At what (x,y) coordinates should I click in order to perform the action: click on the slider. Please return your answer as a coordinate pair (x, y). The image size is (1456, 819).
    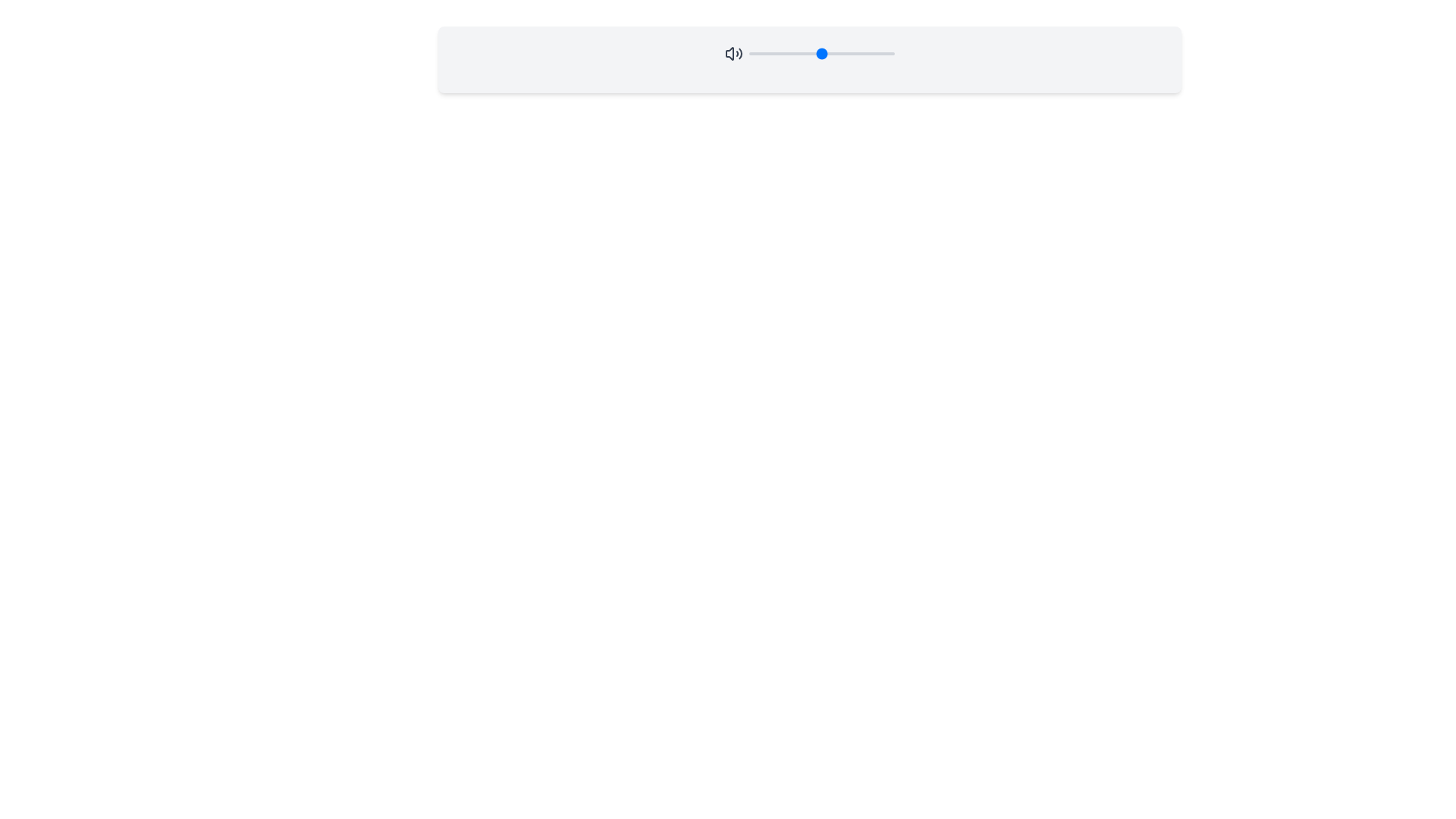
    Looking at the image, I should click on (857, 52).